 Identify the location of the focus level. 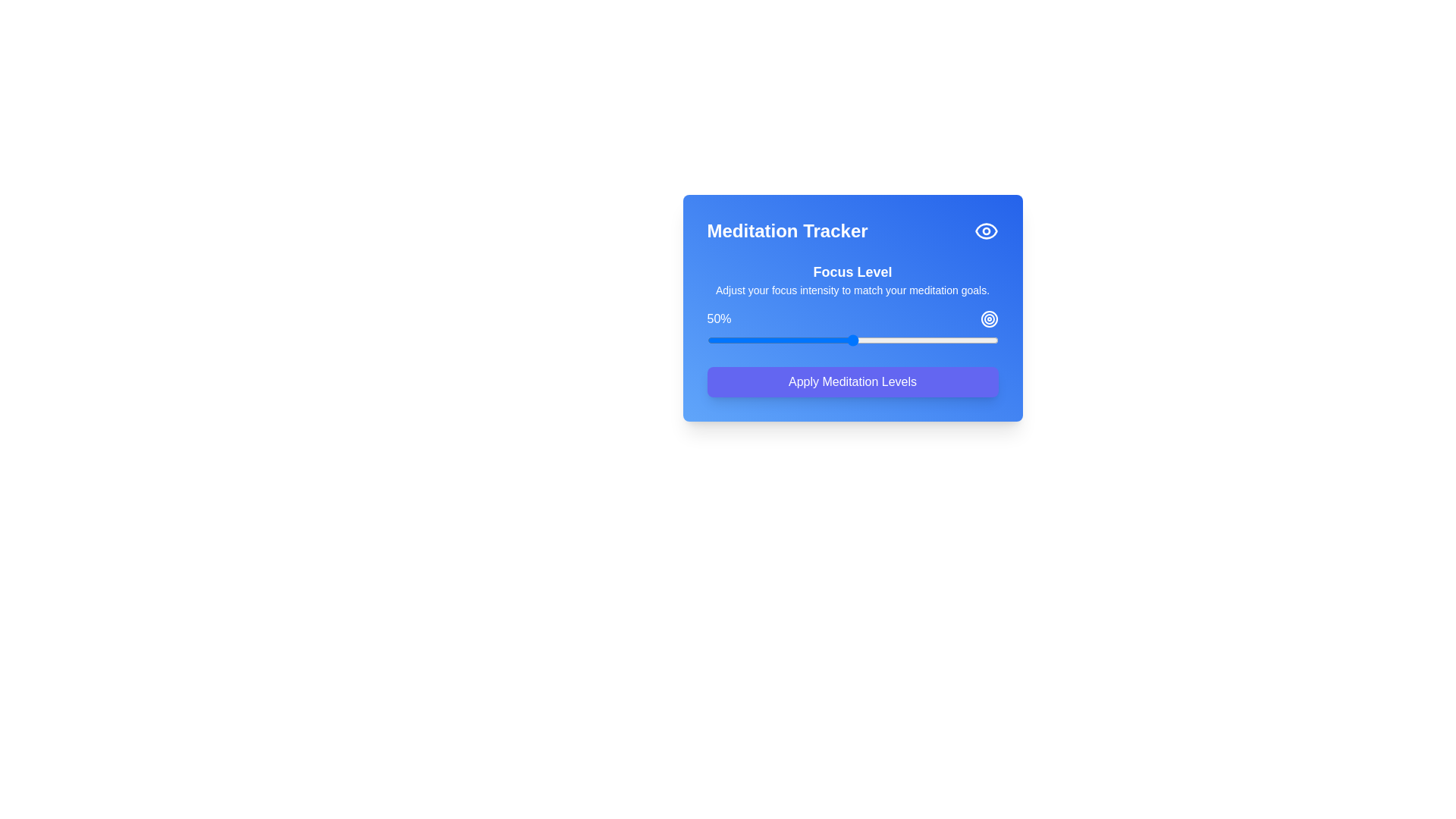
(802, 339).